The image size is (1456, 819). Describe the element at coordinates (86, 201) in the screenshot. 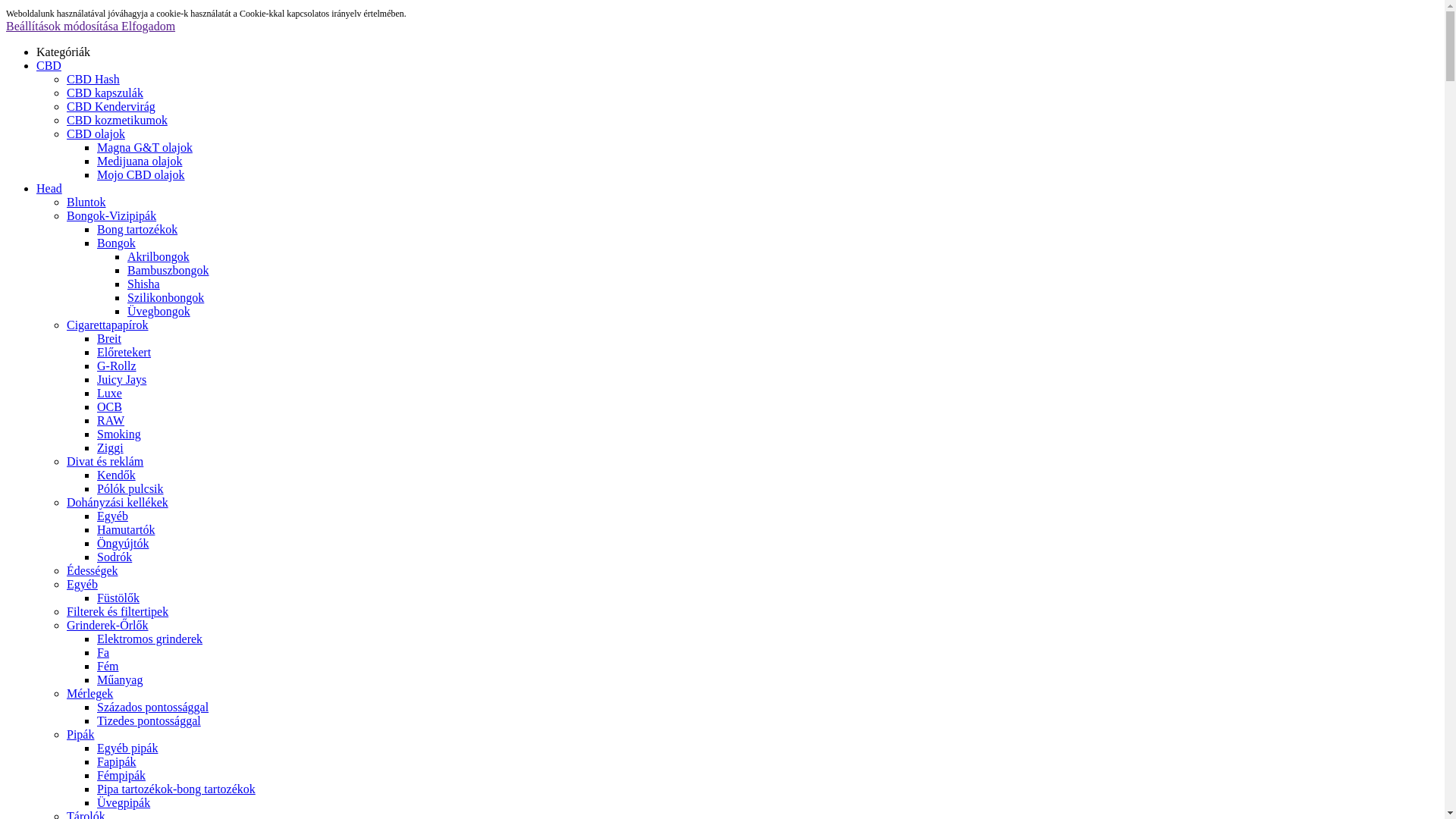

I see `'Bluntok'` at that location.